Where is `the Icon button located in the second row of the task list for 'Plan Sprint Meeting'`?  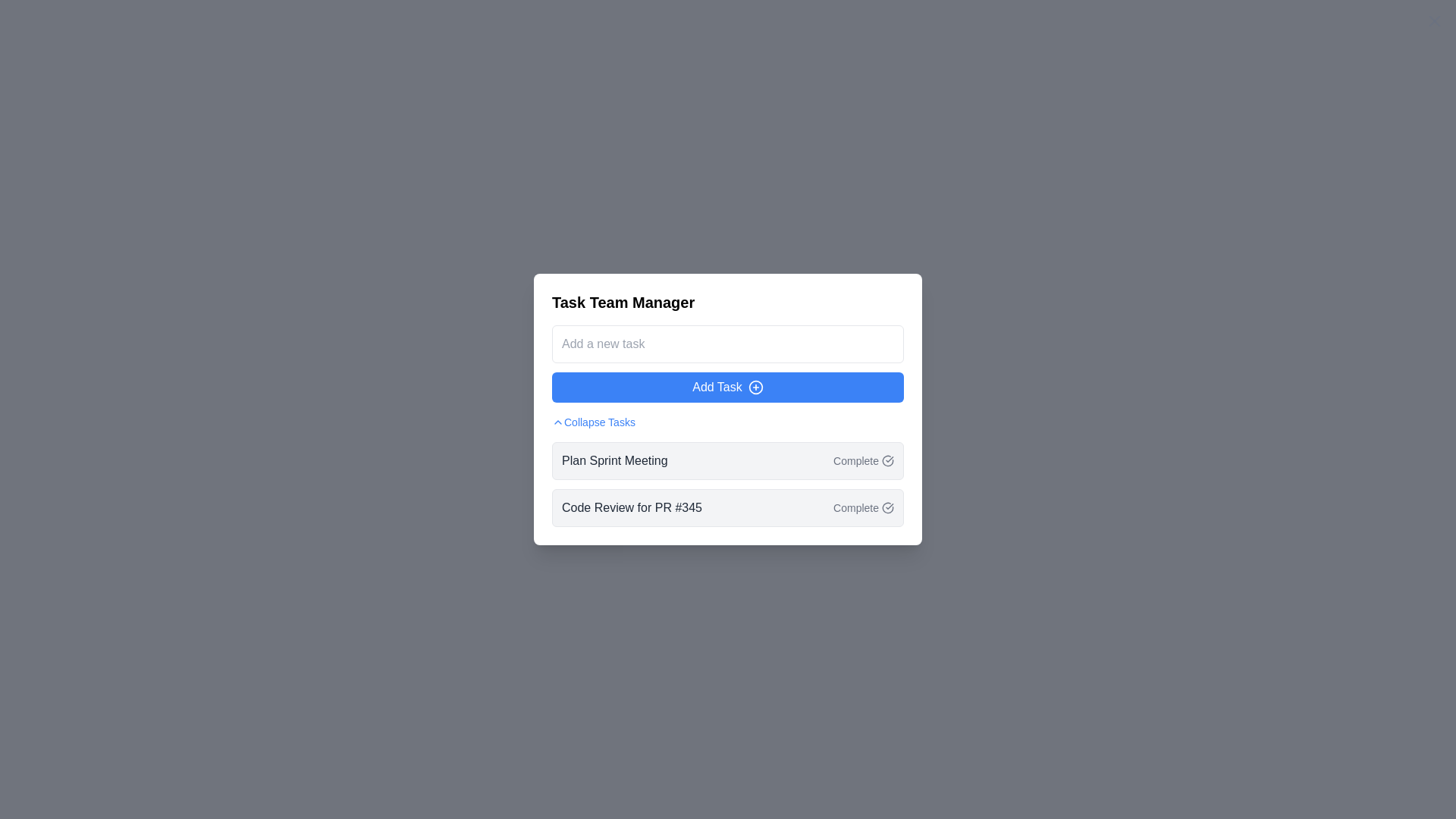 the Icon button located in the second row of the task list for 'Plan Sprint Meeting' is located at coordinates (888, 460).